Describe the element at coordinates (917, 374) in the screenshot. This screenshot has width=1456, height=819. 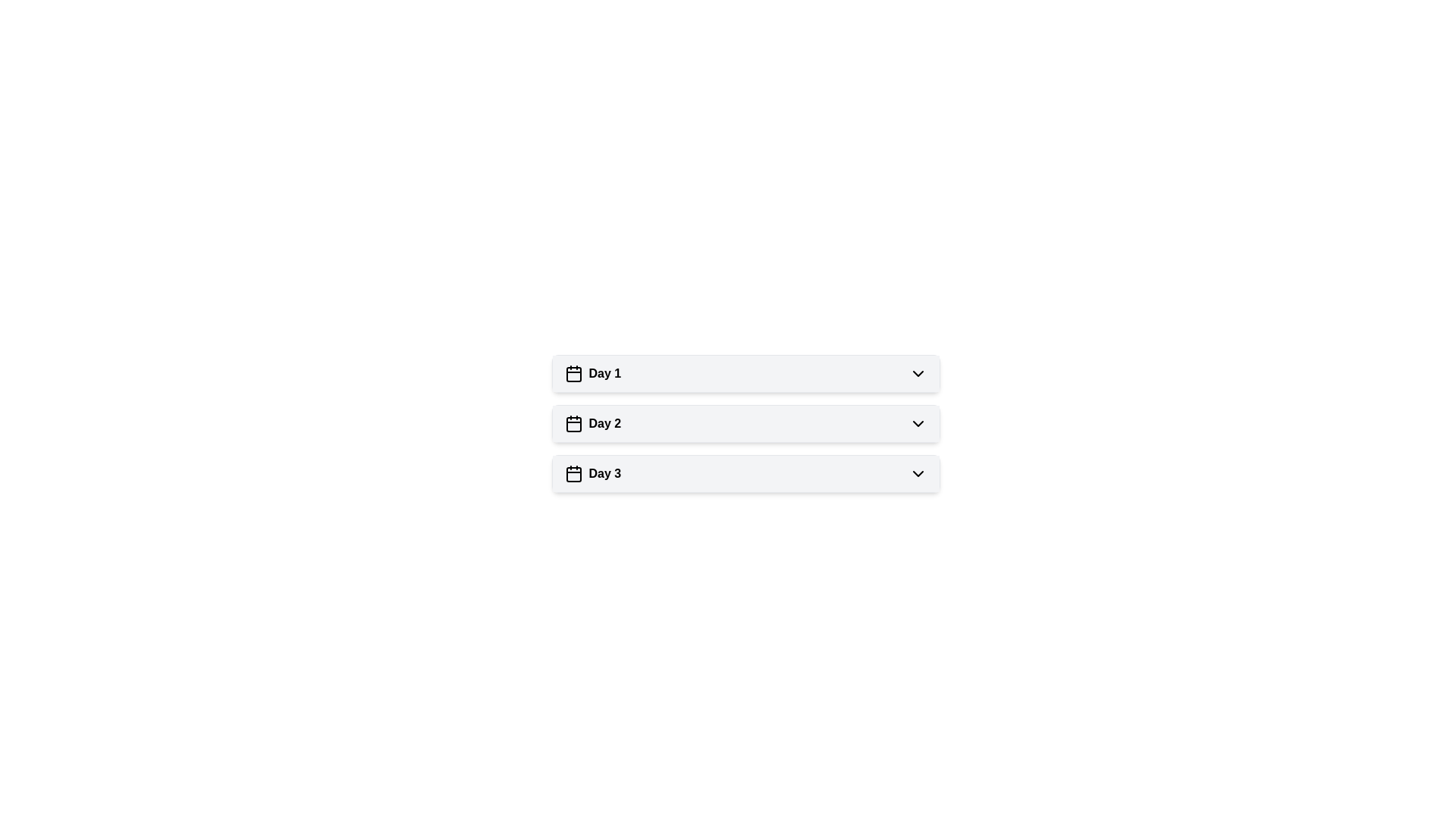
I see `the downward-facing chevron icon positioned at the rightmost side of the 'Day 1' list item` at that location.